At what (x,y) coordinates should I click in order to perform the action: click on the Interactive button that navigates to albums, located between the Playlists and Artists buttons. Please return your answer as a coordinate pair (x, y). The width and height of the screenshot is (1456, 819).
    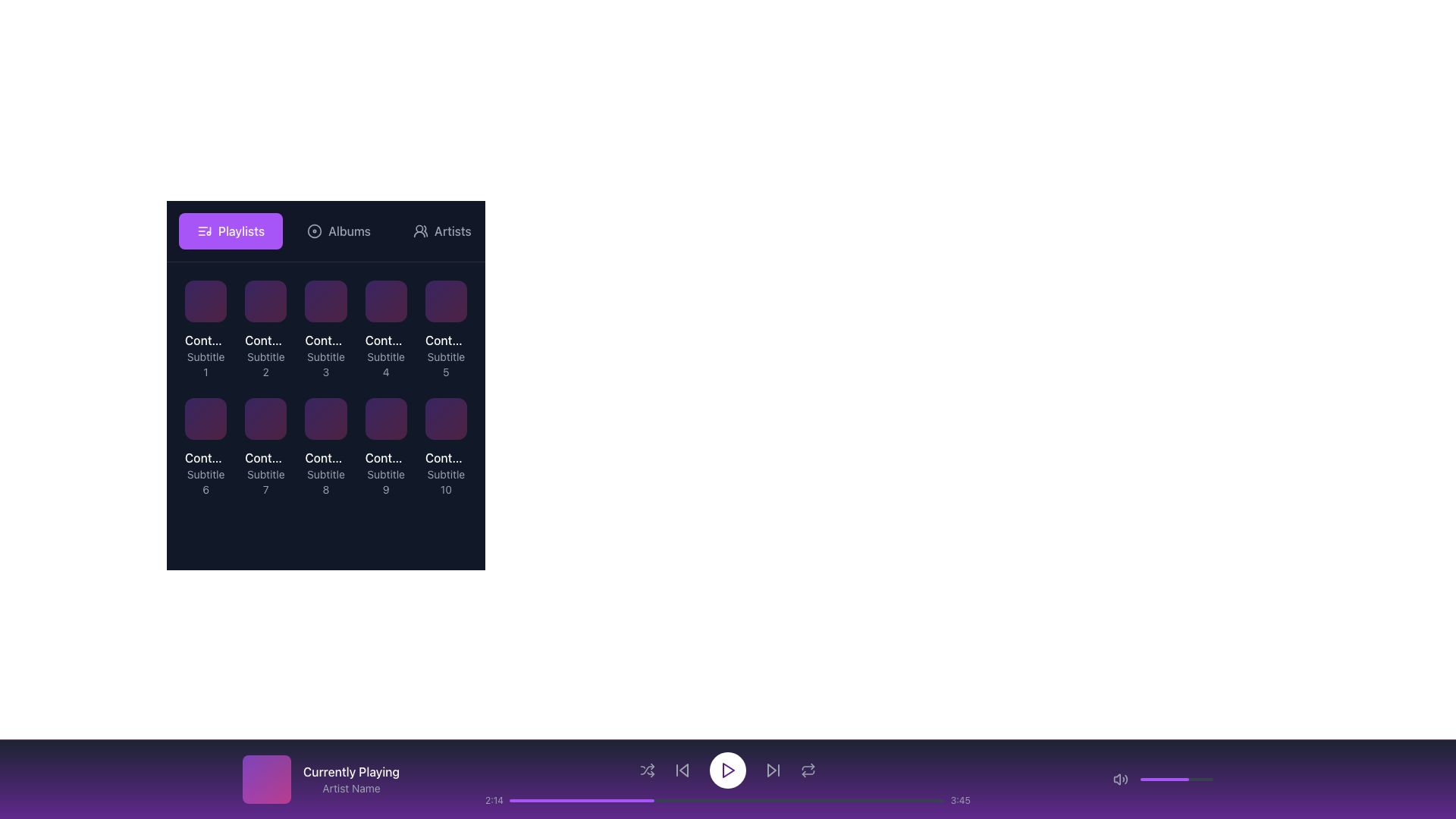
    Looking at the image, I should click on (337, 231).